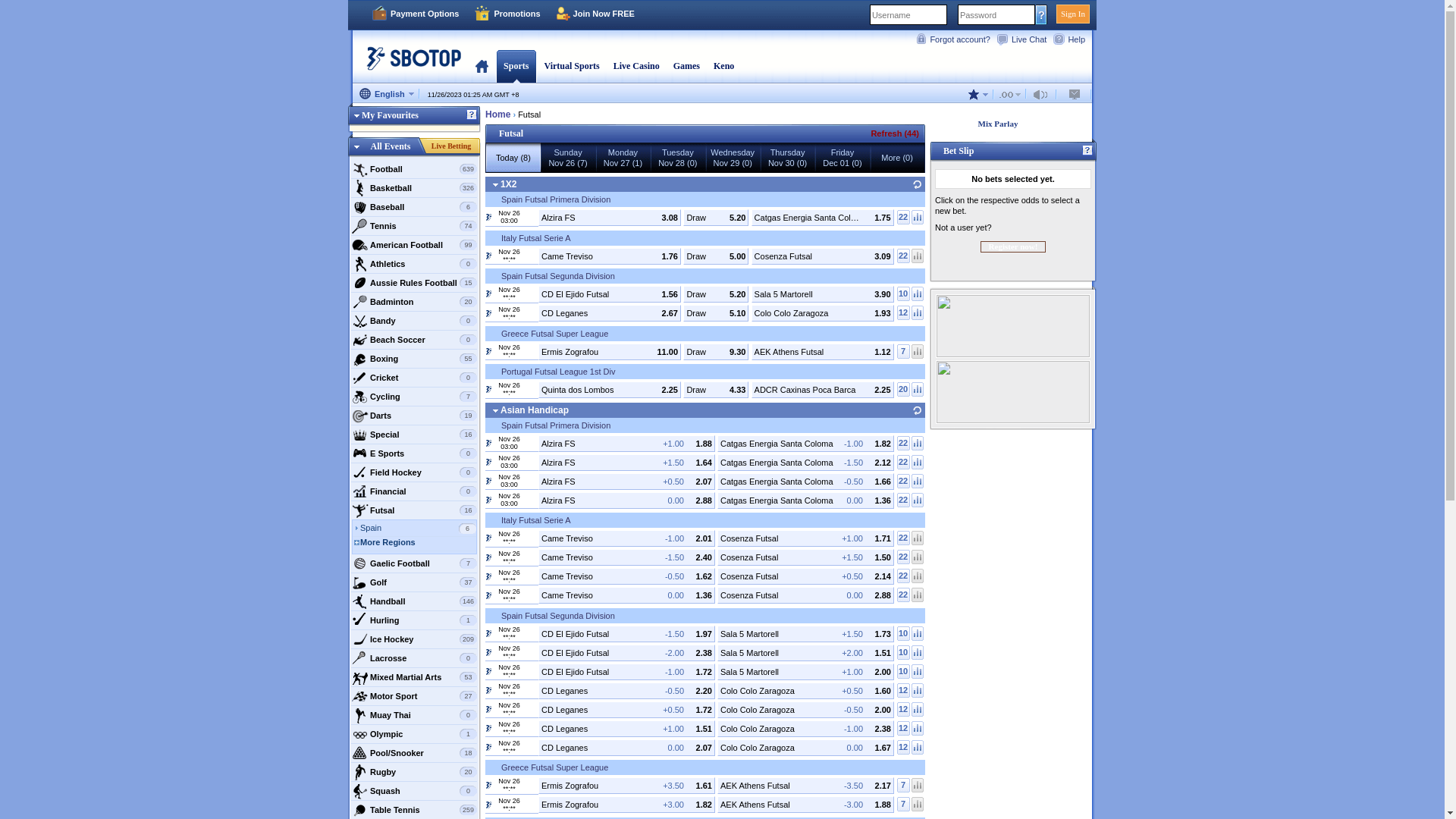 This screenshot has width=1456, height=819. What do you see at coordinates (821, 312) in the screenshot?
I see `'1.93` at bounding box center [821, 312].